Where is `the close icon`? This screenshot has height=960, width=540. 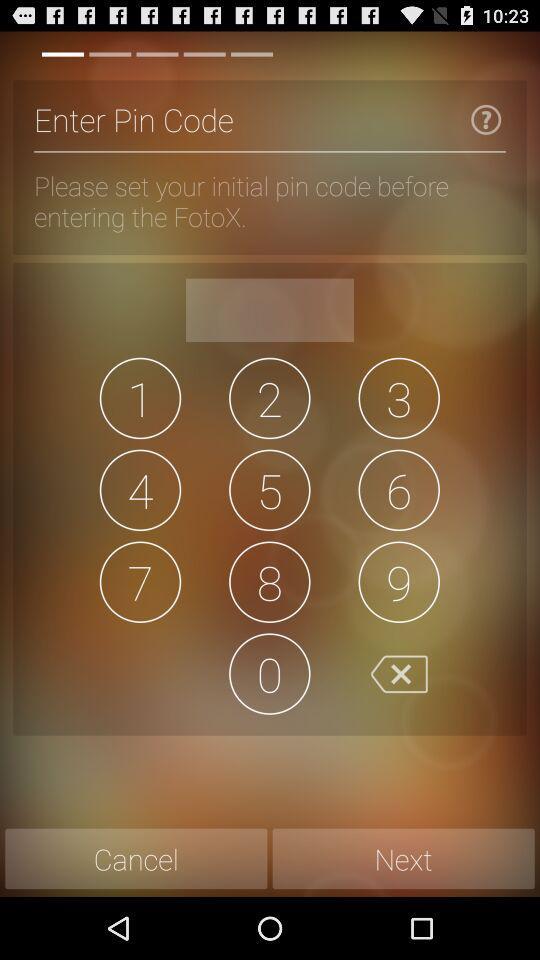 the close icon is located at coordinates (399, 720).